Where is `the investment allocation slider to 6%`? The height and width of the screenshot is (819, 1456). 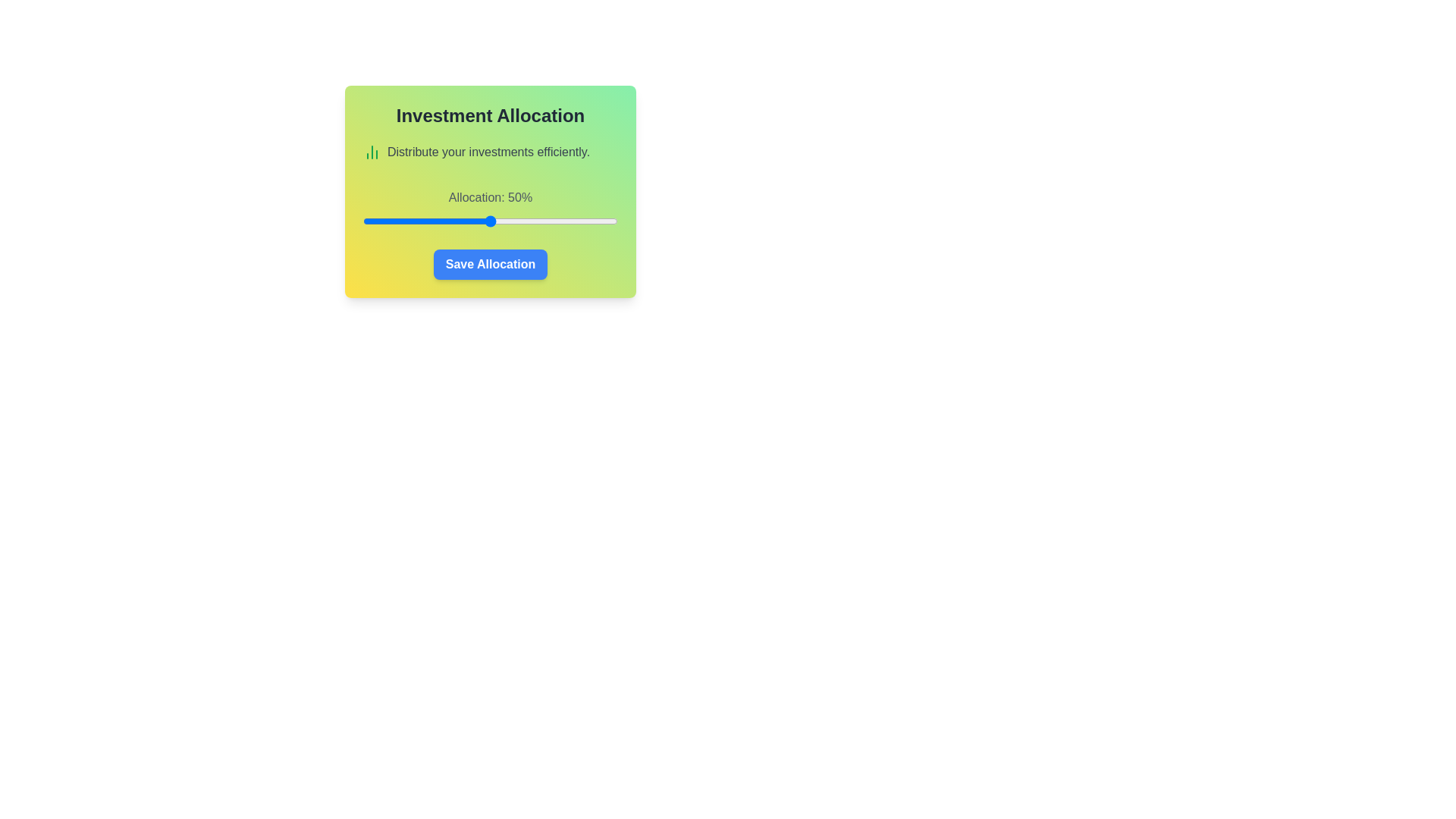
the investment allocation slider to 6% is located at coordinates (378, 221).